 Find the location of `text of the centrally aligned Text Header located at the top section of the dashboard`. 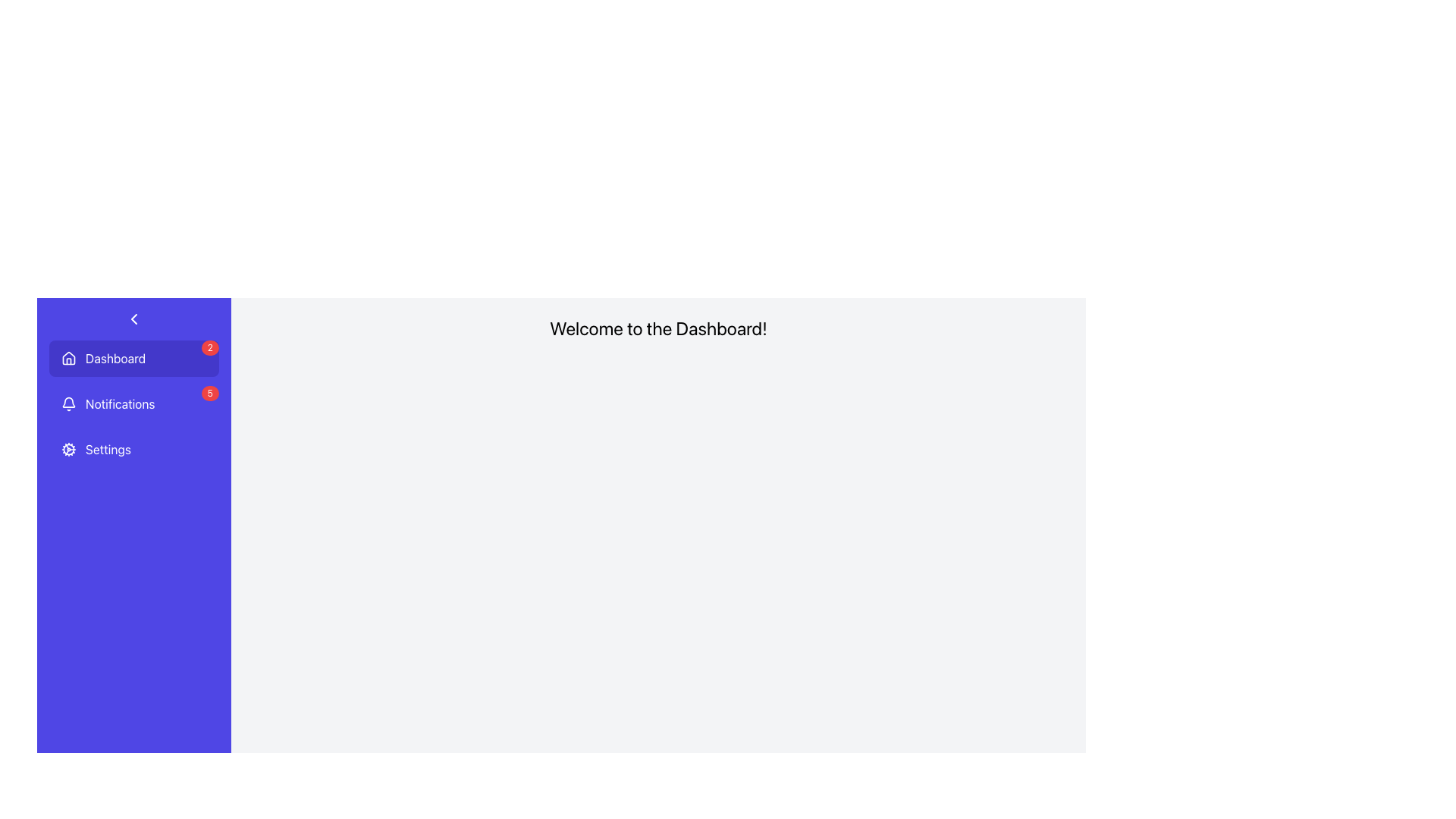

text of the centrally aligned Text Header located at the top section of the dashboard is located at coordinates (658, 327).